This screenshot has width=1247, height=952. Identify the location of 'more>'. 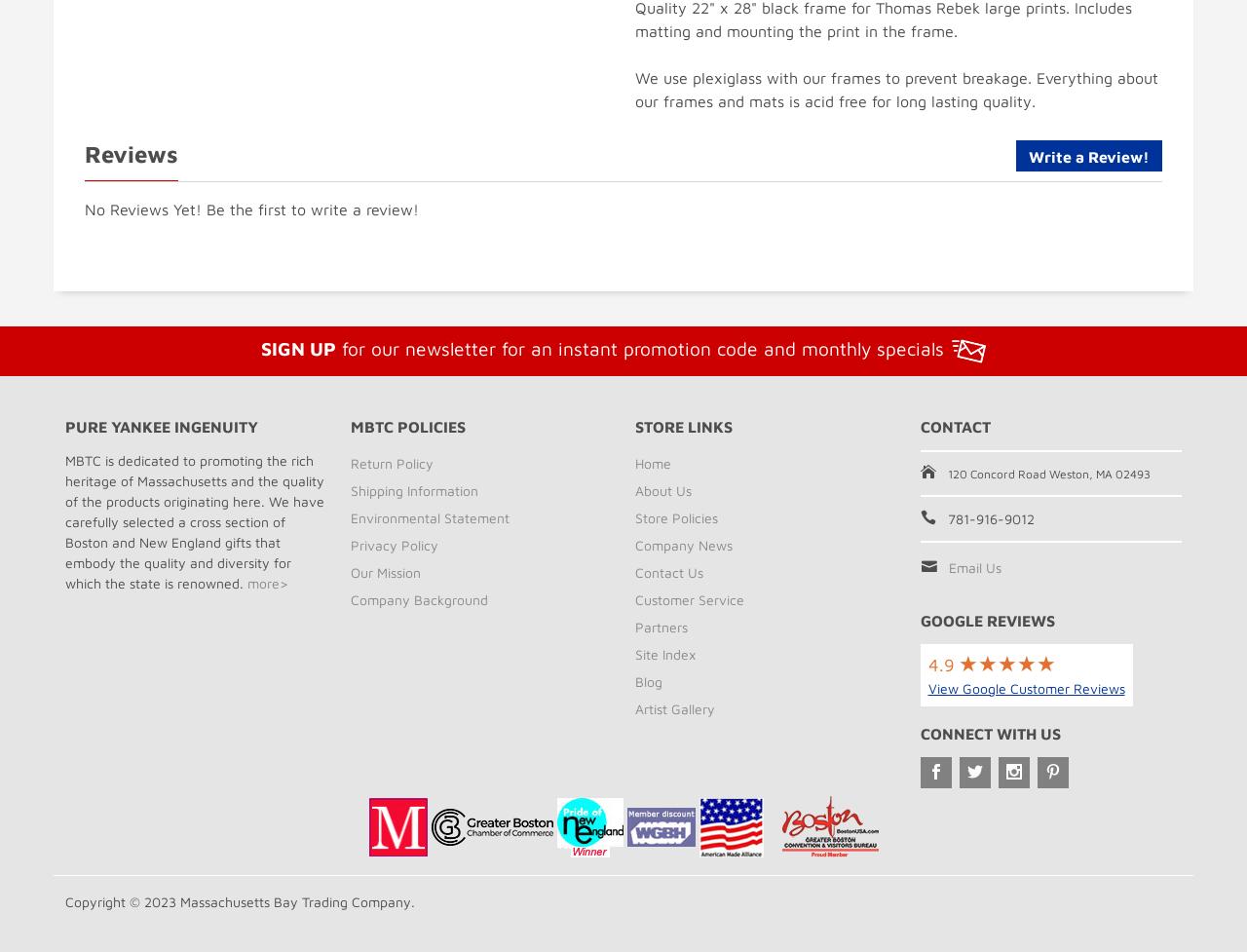
(246, 581).